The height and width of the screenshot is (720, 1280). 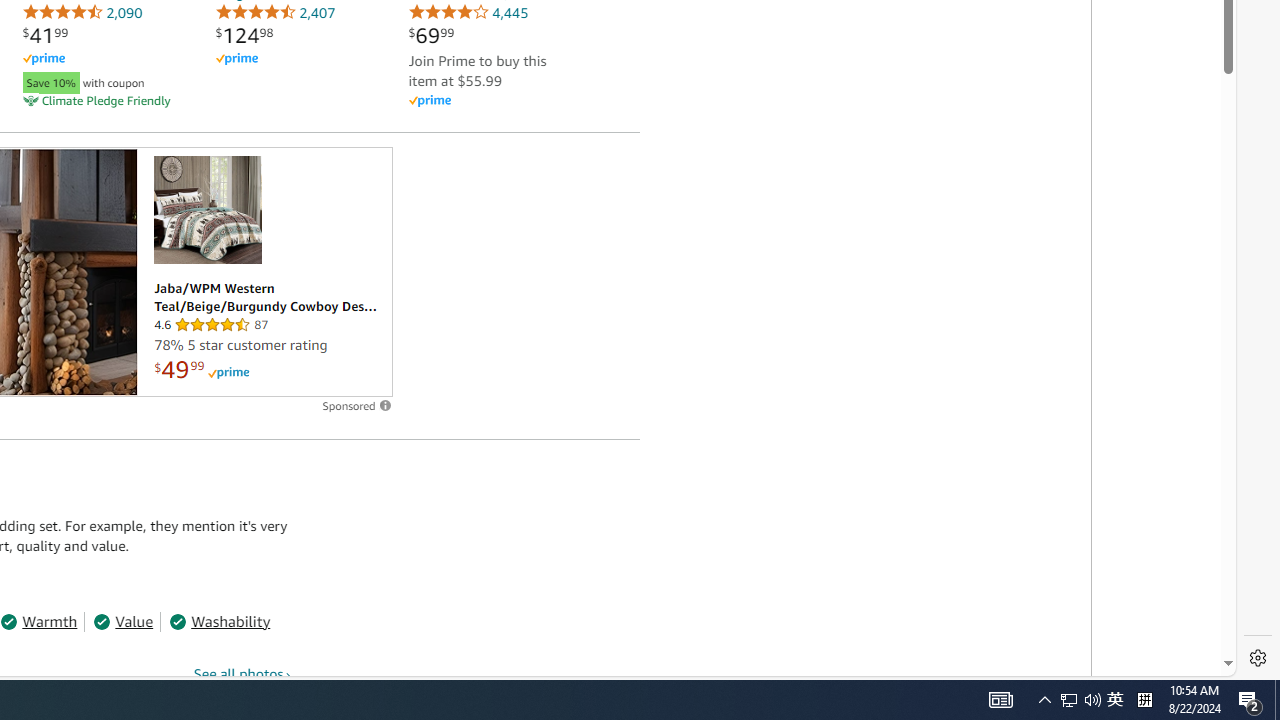 I want to click on '$124.98', so click(x=243, y=35).